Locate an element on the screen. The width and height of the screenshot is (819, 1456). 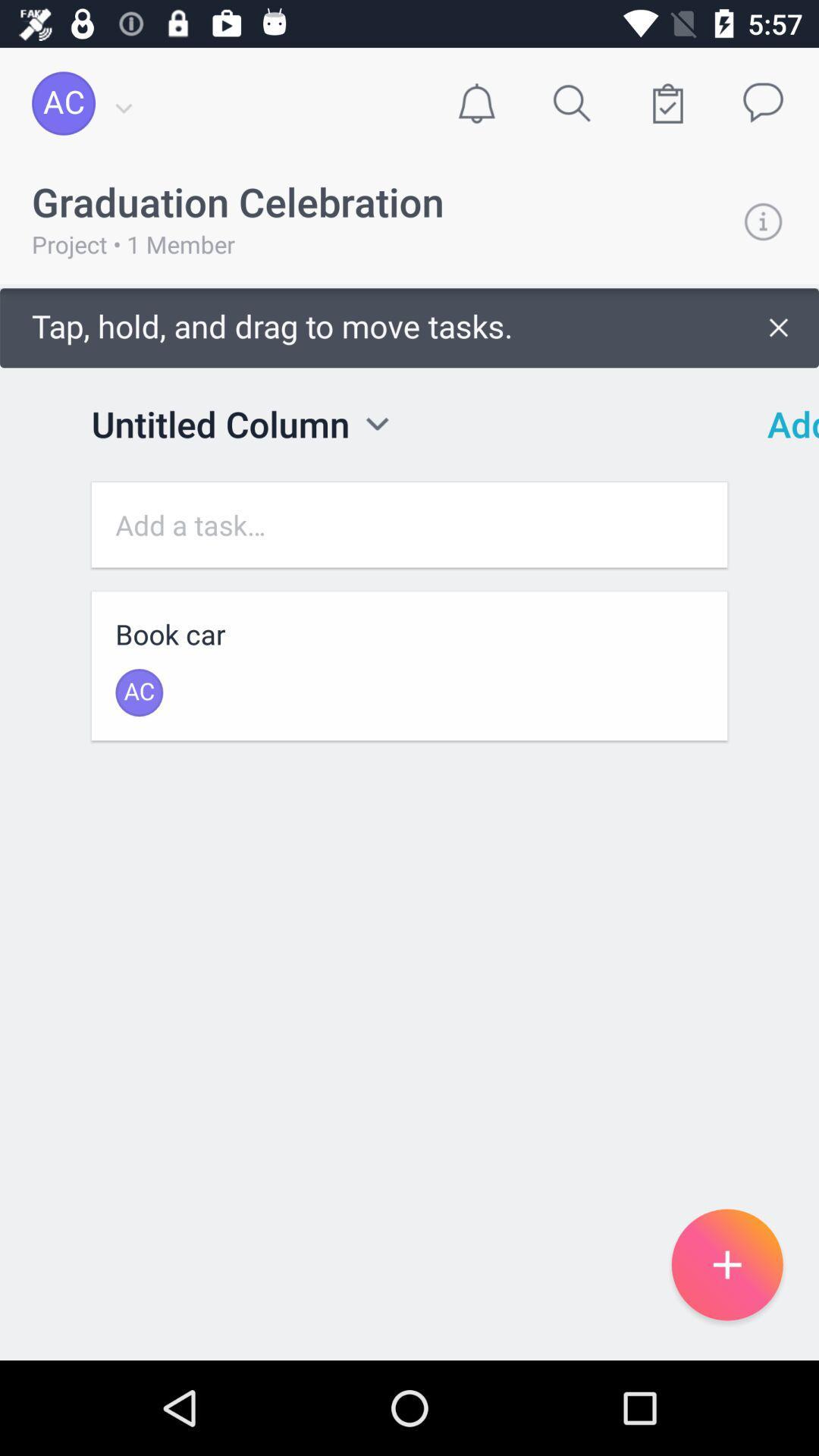
the item above the book car item is located at coordinates (409, 525).